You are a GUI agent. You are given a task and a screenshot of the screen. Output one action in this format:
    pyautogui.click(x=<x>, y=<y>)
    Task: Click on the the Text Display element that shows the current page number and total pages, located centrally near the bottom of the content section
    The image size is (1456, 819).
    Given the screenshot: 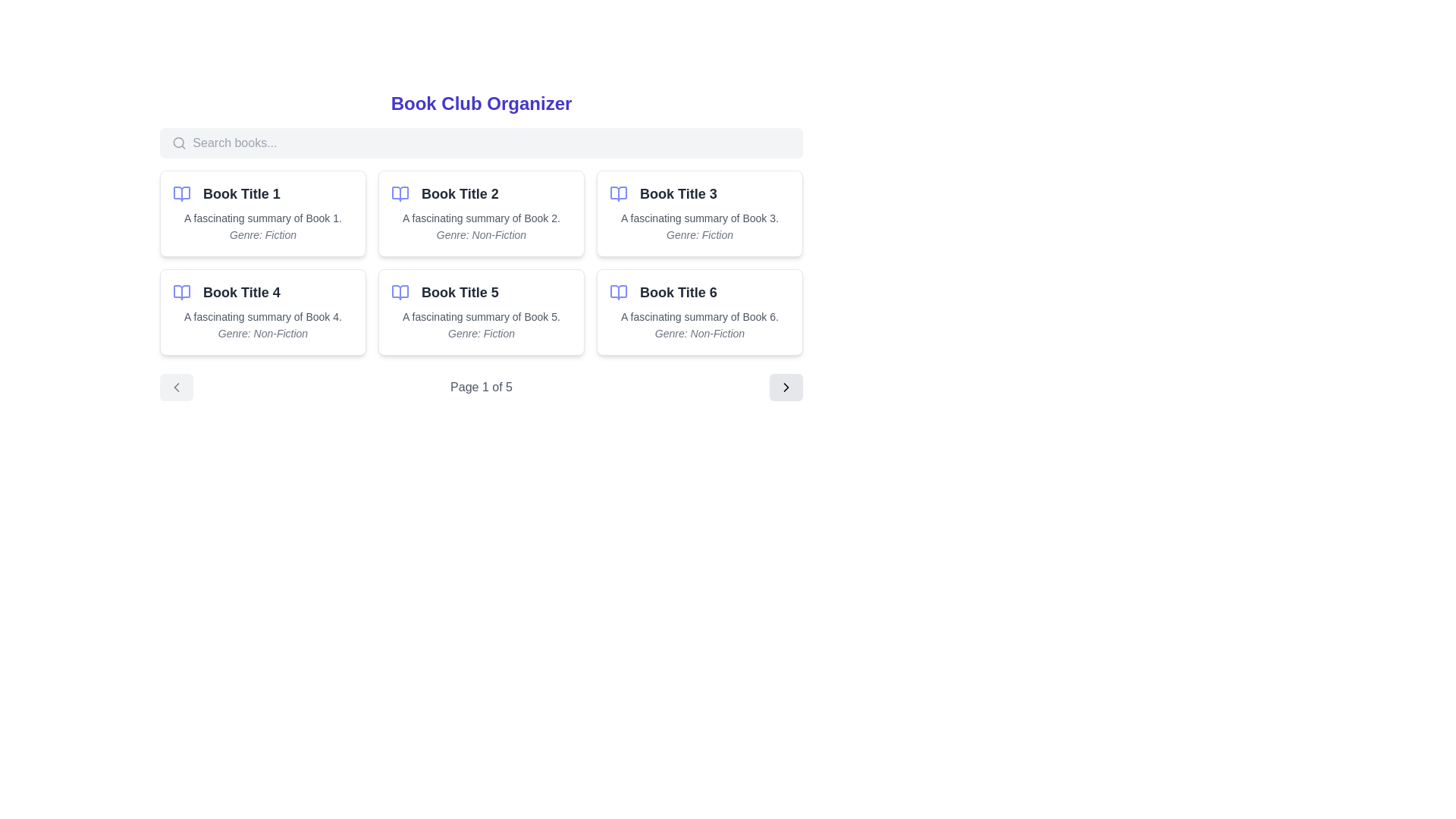 What is the action you would take?
    pyautogui.click(x=480, y=386)
    